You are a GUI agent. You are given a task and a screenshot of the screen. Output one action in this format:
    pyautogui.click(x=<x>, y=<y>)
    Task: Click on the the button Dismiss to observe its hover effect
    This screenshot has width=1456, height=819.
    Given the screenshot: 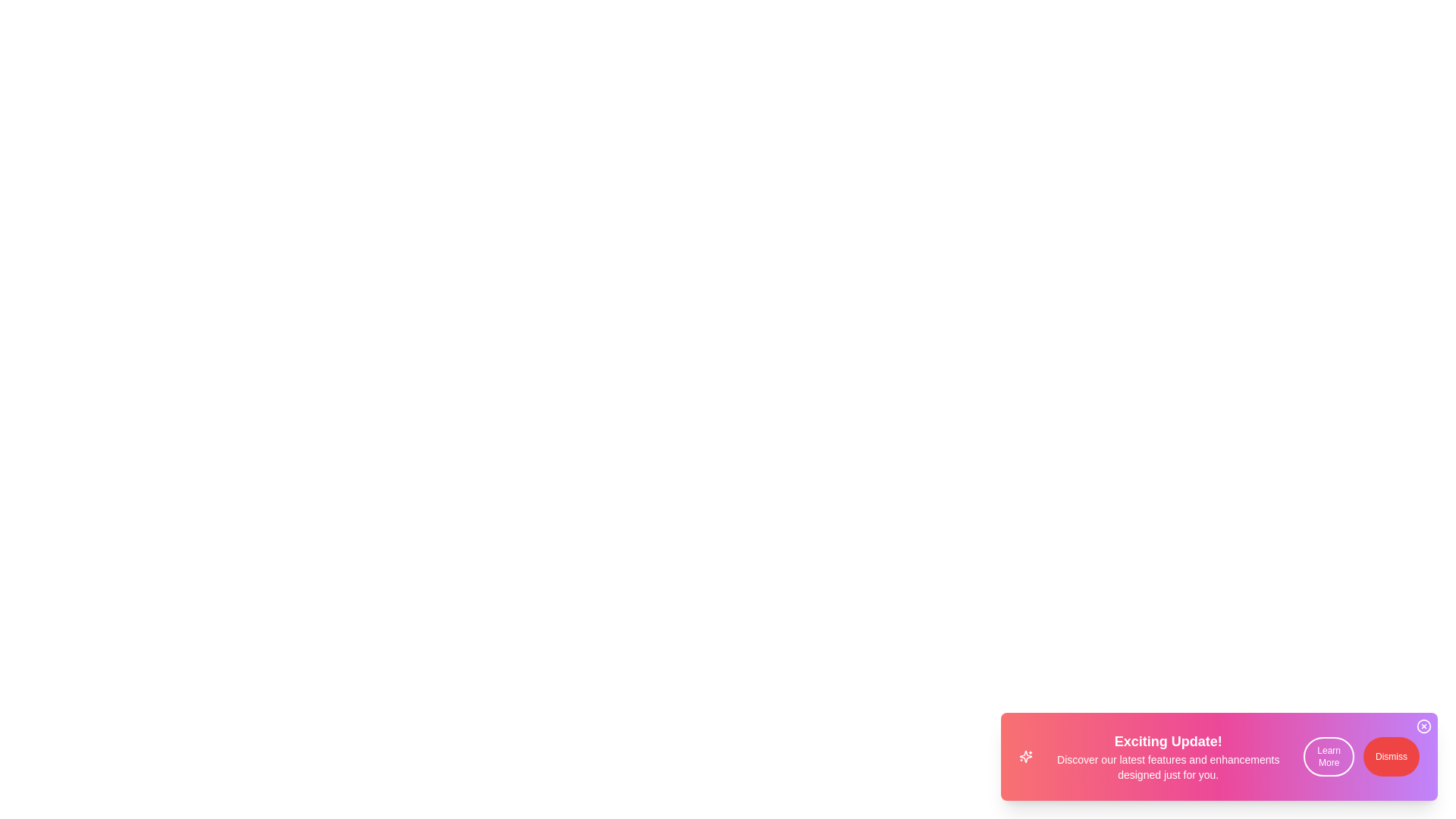 What is the action you would take?
    pyautogui.click(x=1391, y=757)
    